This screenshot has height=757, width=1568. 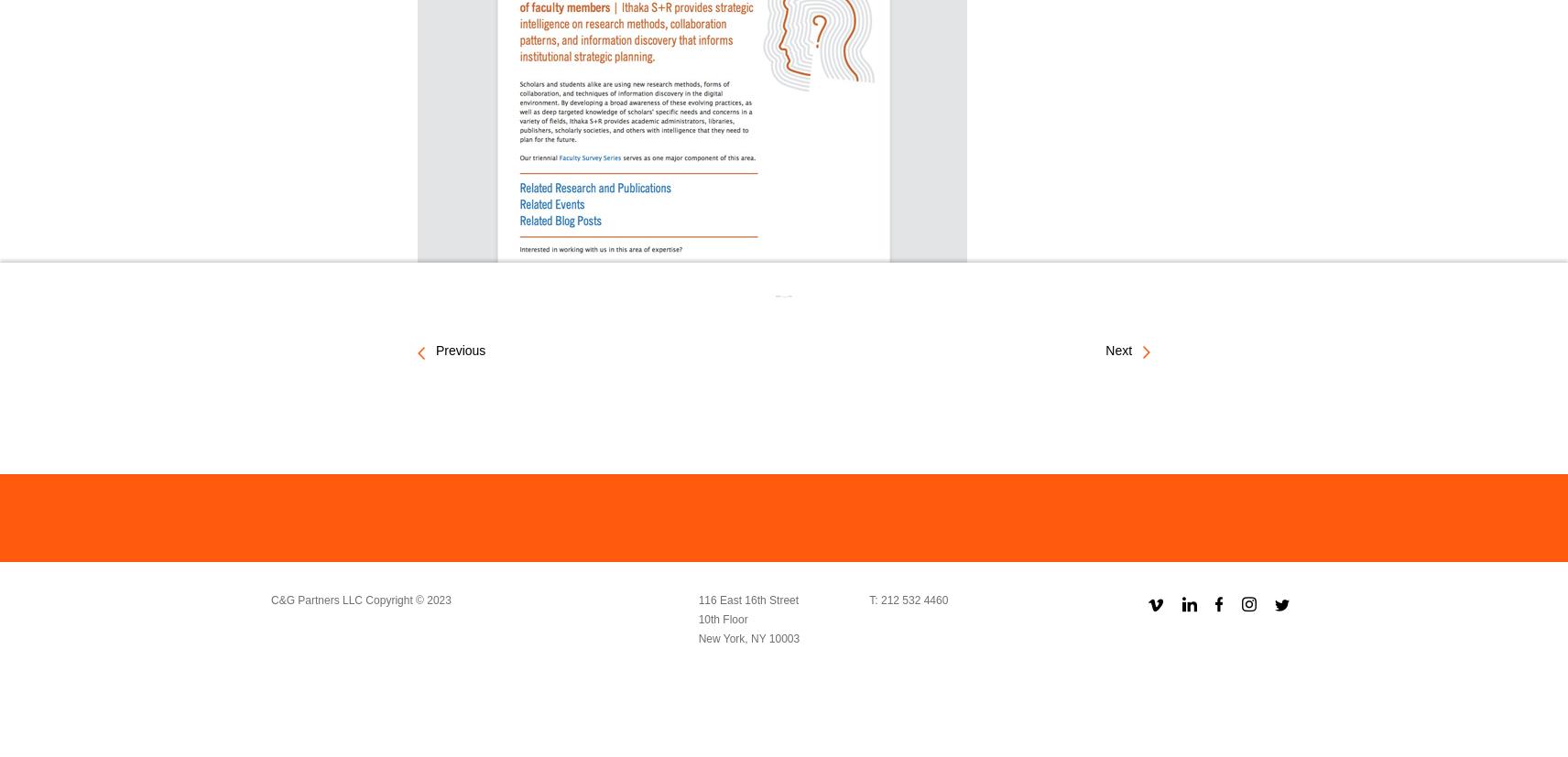 I want to click on 'T: 212 532 4460', so click(x=907, y=600).